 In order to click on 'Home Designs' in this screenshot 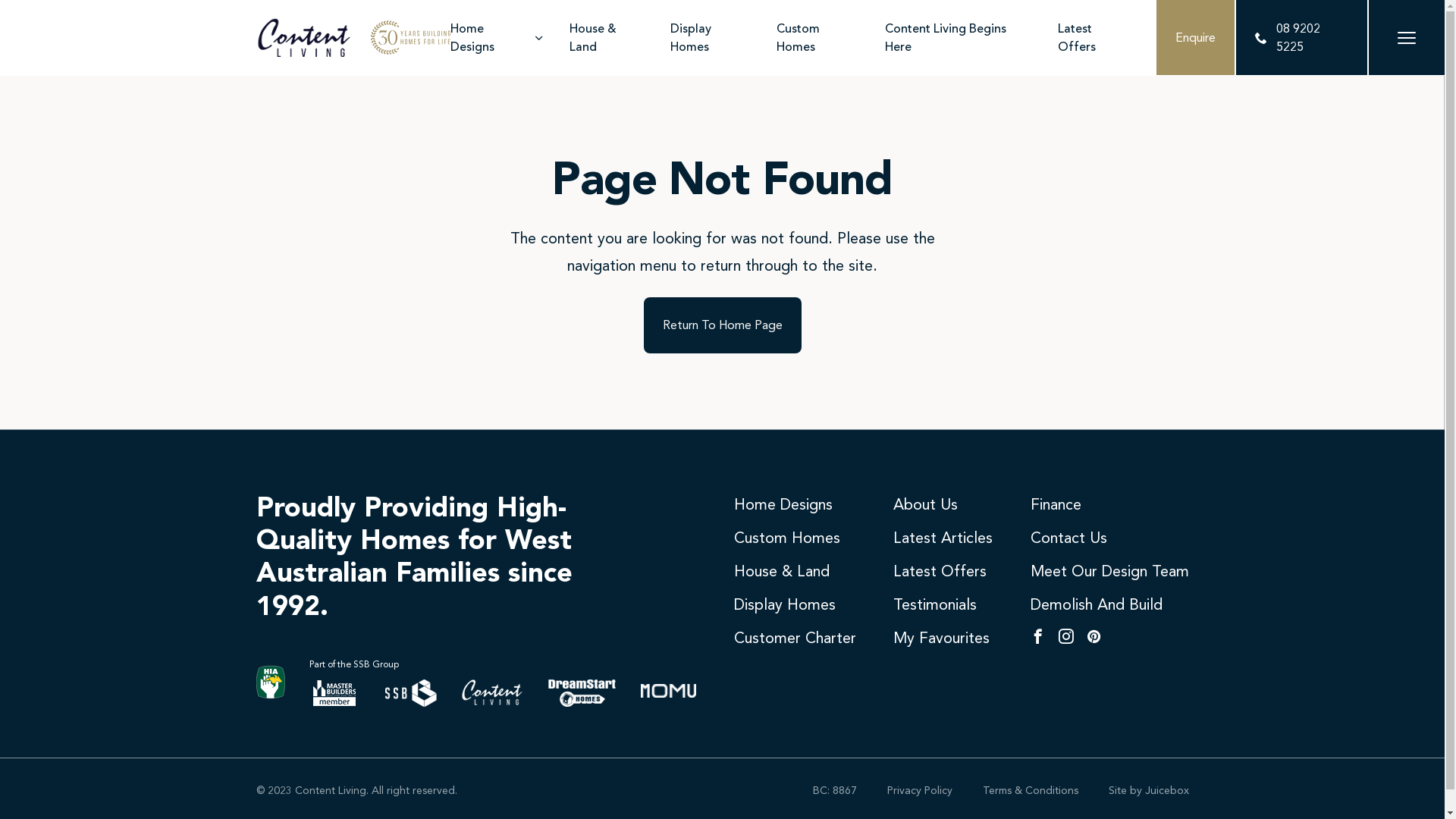, I will do `click(783, 504)`.